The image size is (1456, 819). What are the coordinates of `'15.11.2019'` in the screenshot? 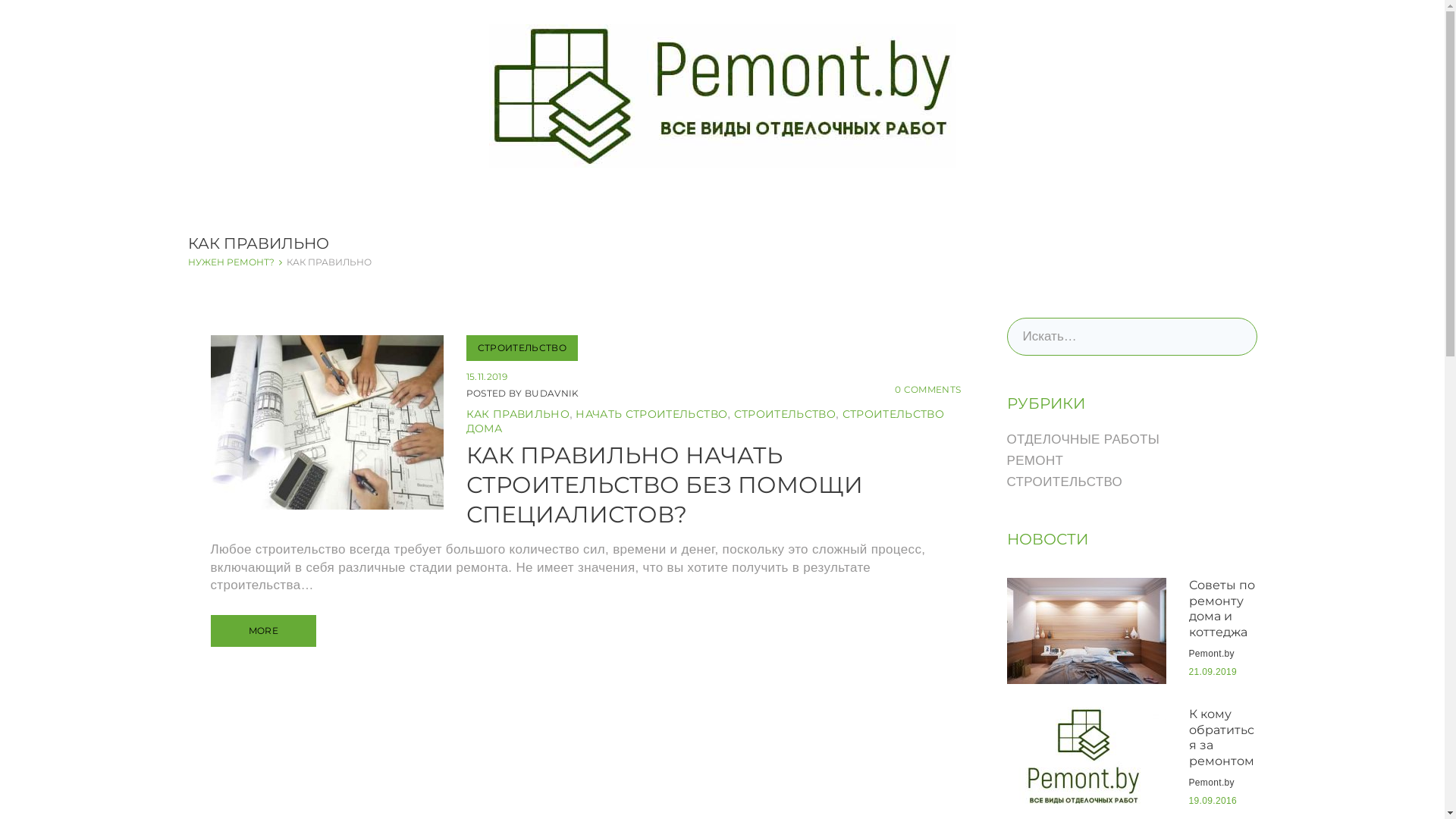 It's located at (486, 375).